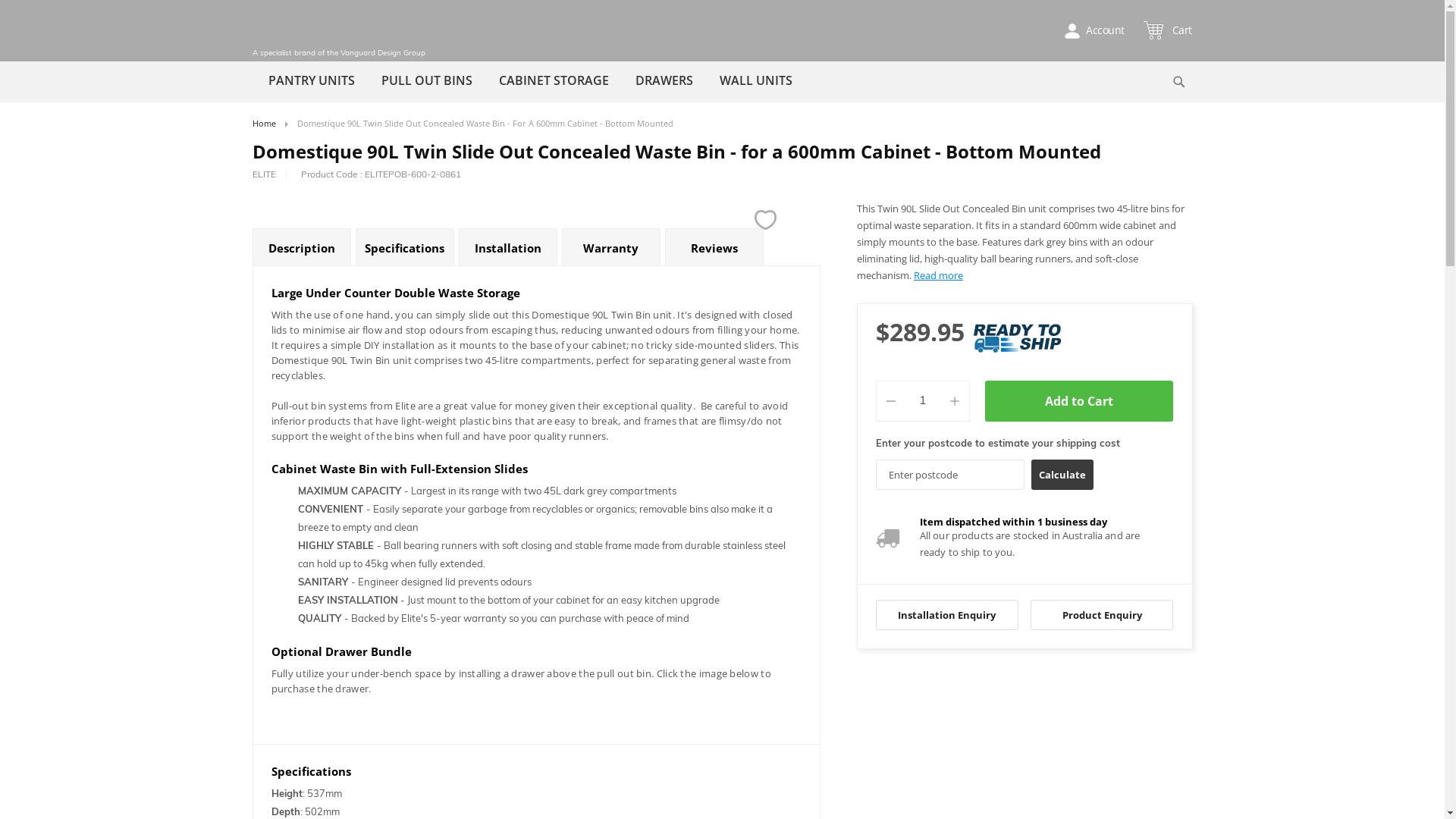 This screenshot has height=819, width=1456. What do you see at coordinates (263, 122) in the screenshot?
I see `'Home'` at bounding box center [263, 122].